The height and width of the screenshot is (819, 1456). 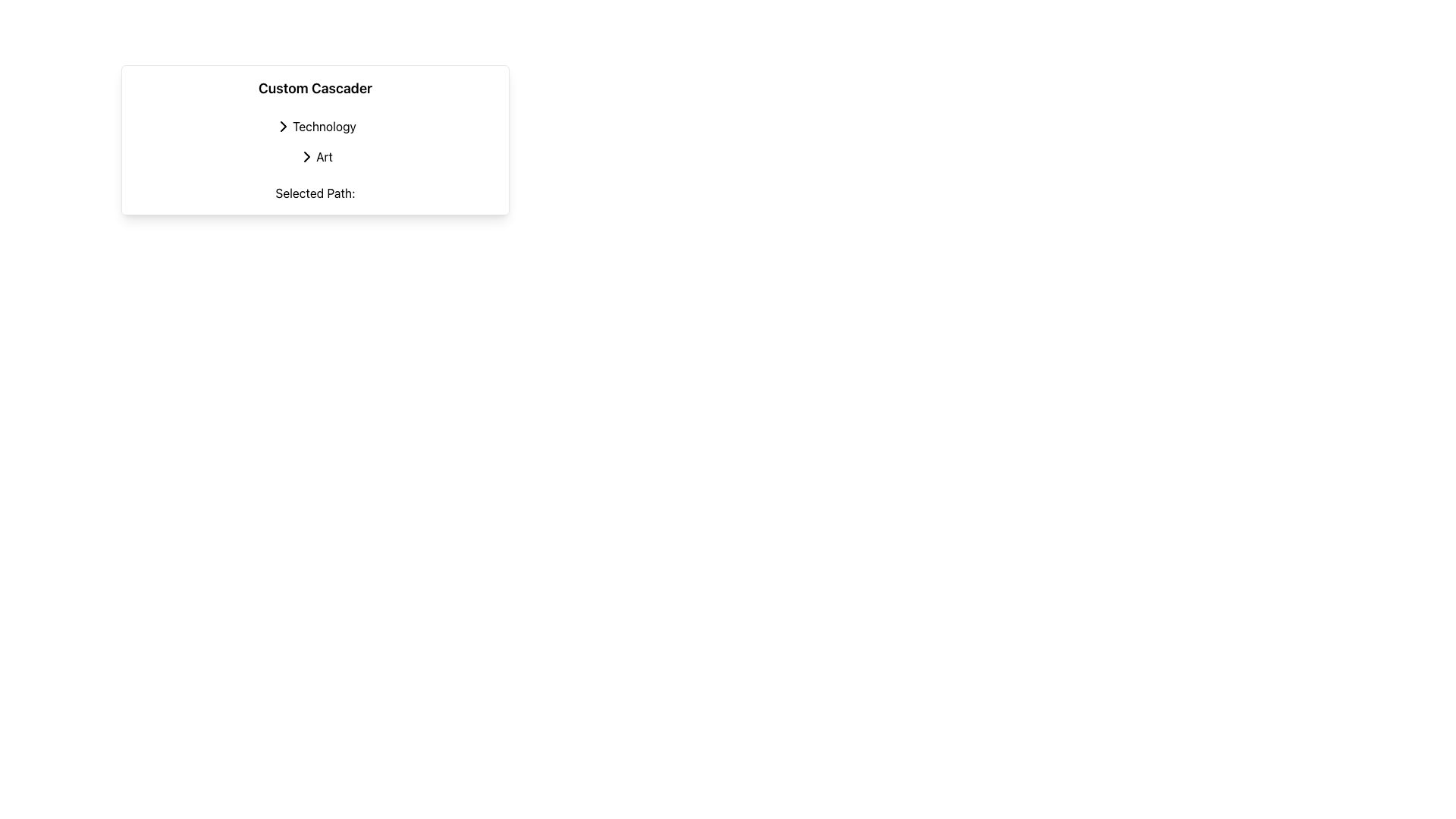 I want to click on the second clickable list item labeled 'Art', so click(x=315, y=157).